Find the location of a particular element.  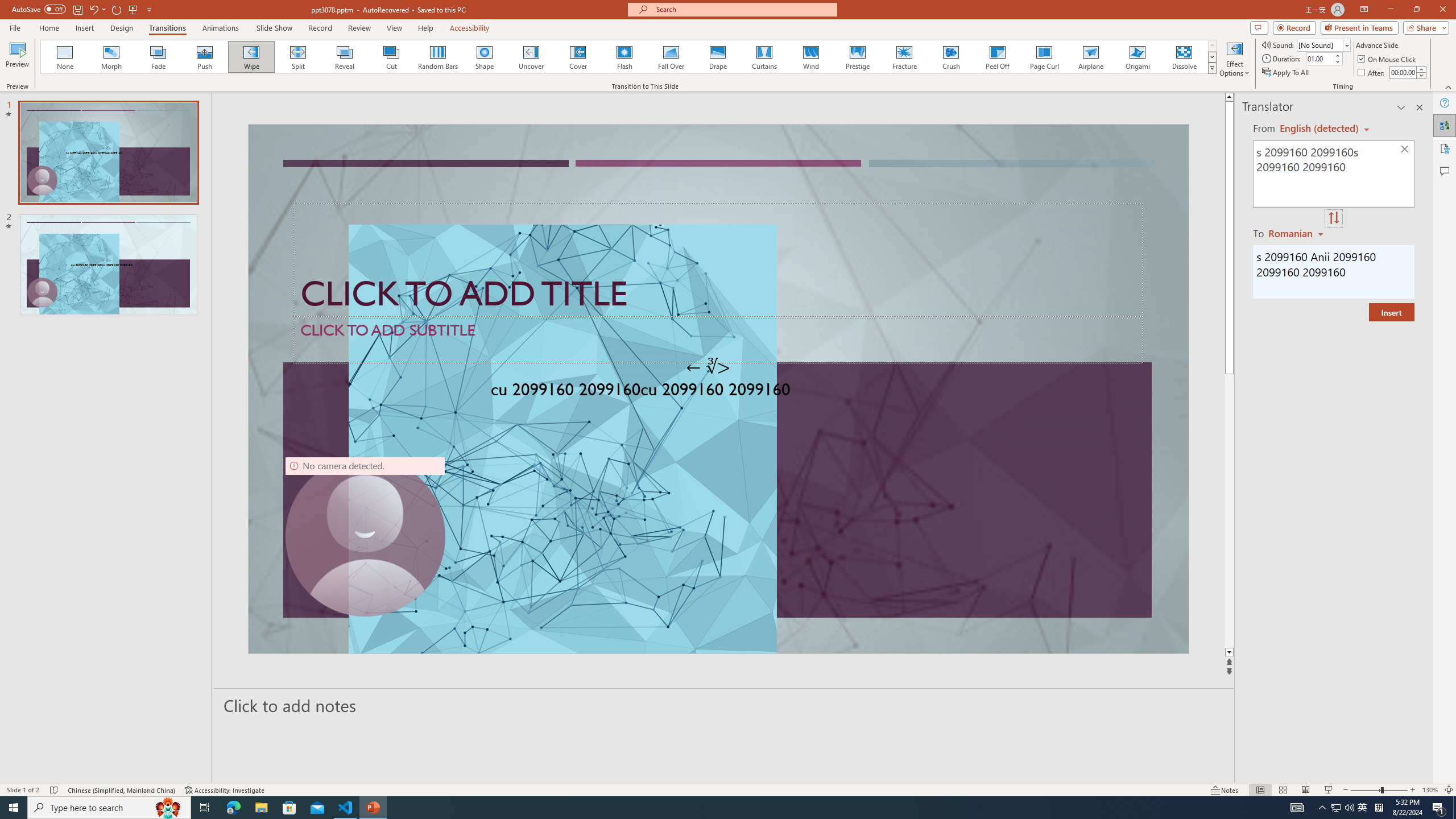

'Uncover' is located at coordinates (531, 56).